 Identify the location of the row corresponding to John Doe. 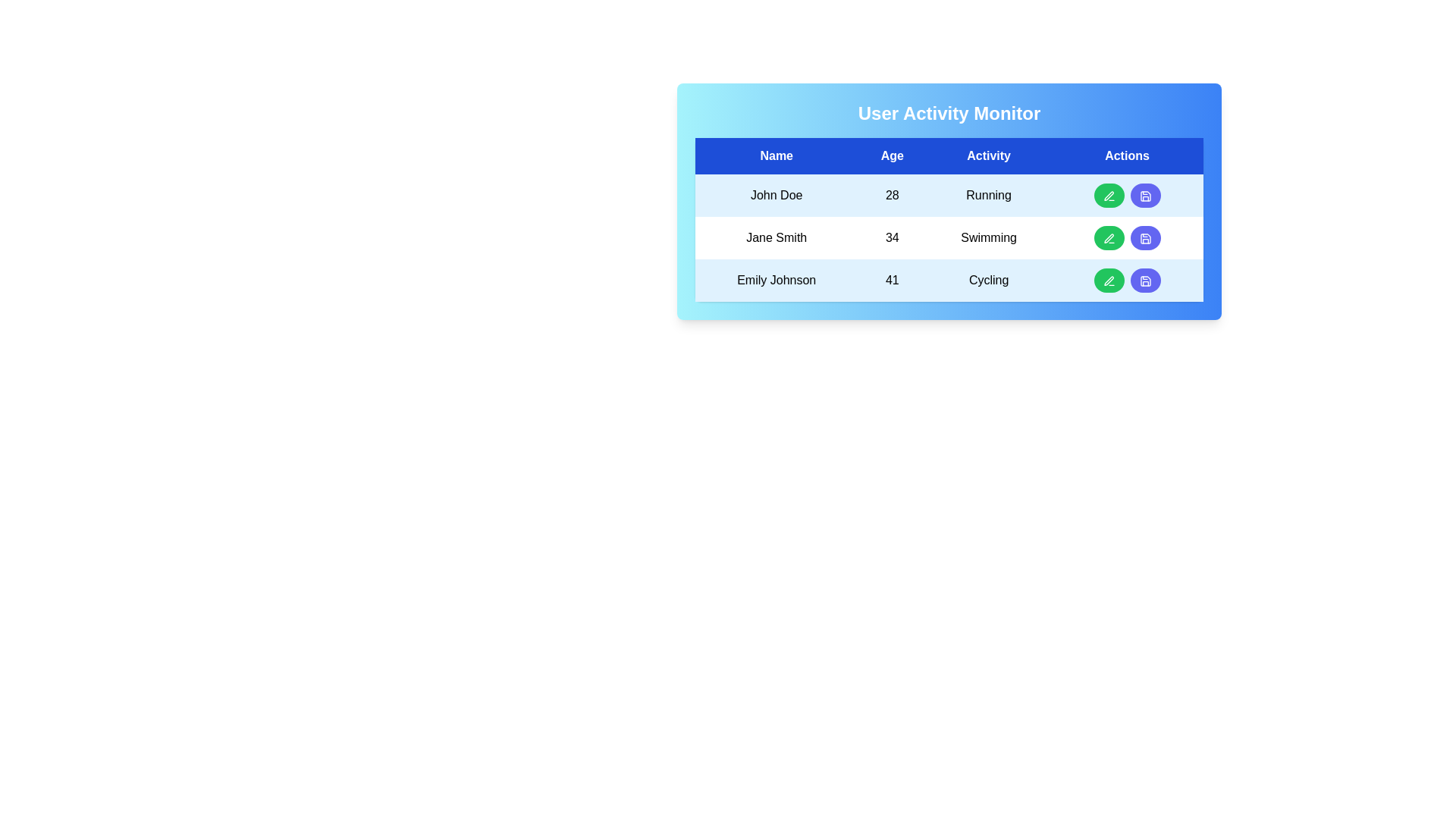
(949, 195).